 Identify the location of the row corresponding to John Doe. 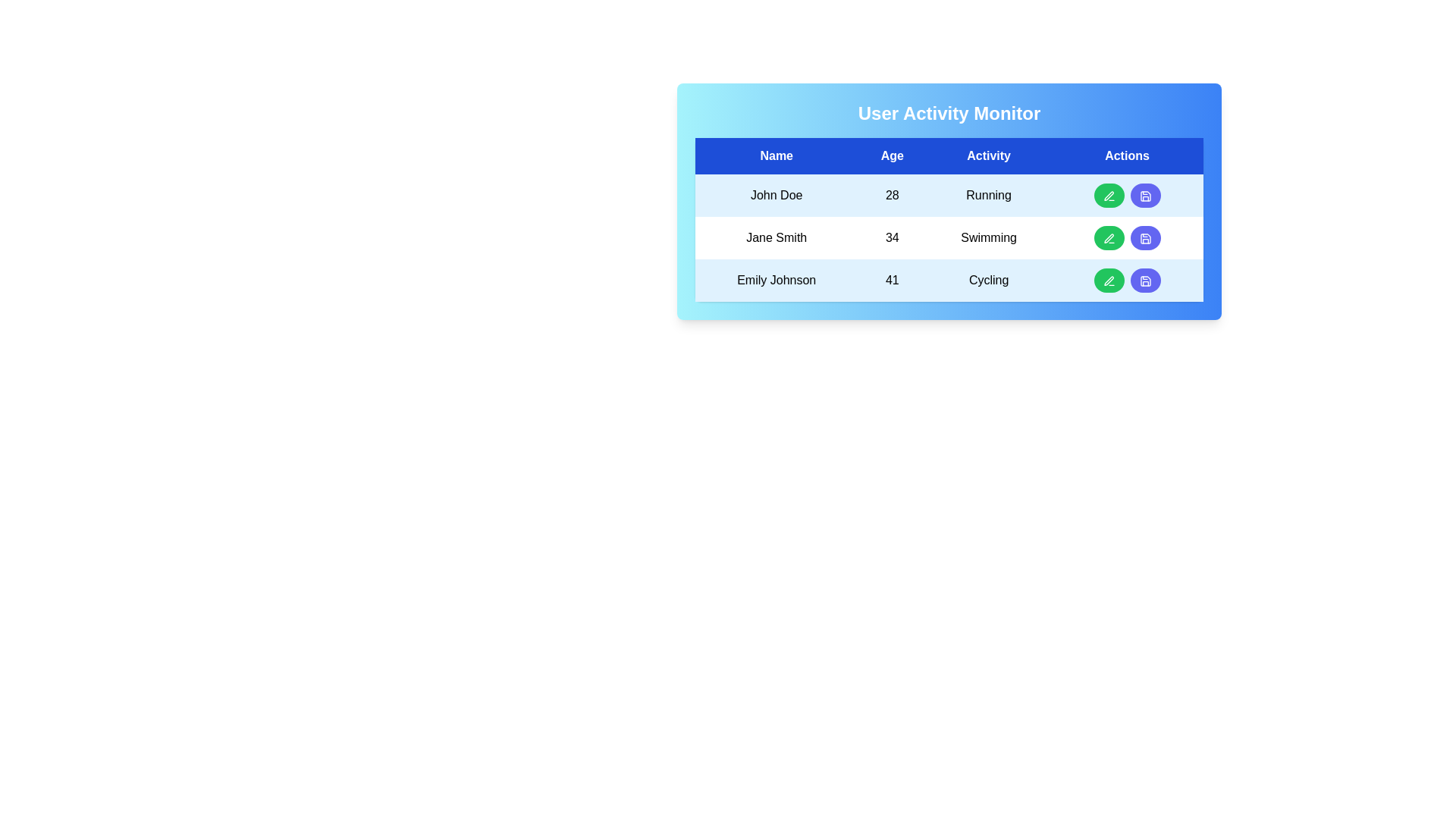
(949, 195).